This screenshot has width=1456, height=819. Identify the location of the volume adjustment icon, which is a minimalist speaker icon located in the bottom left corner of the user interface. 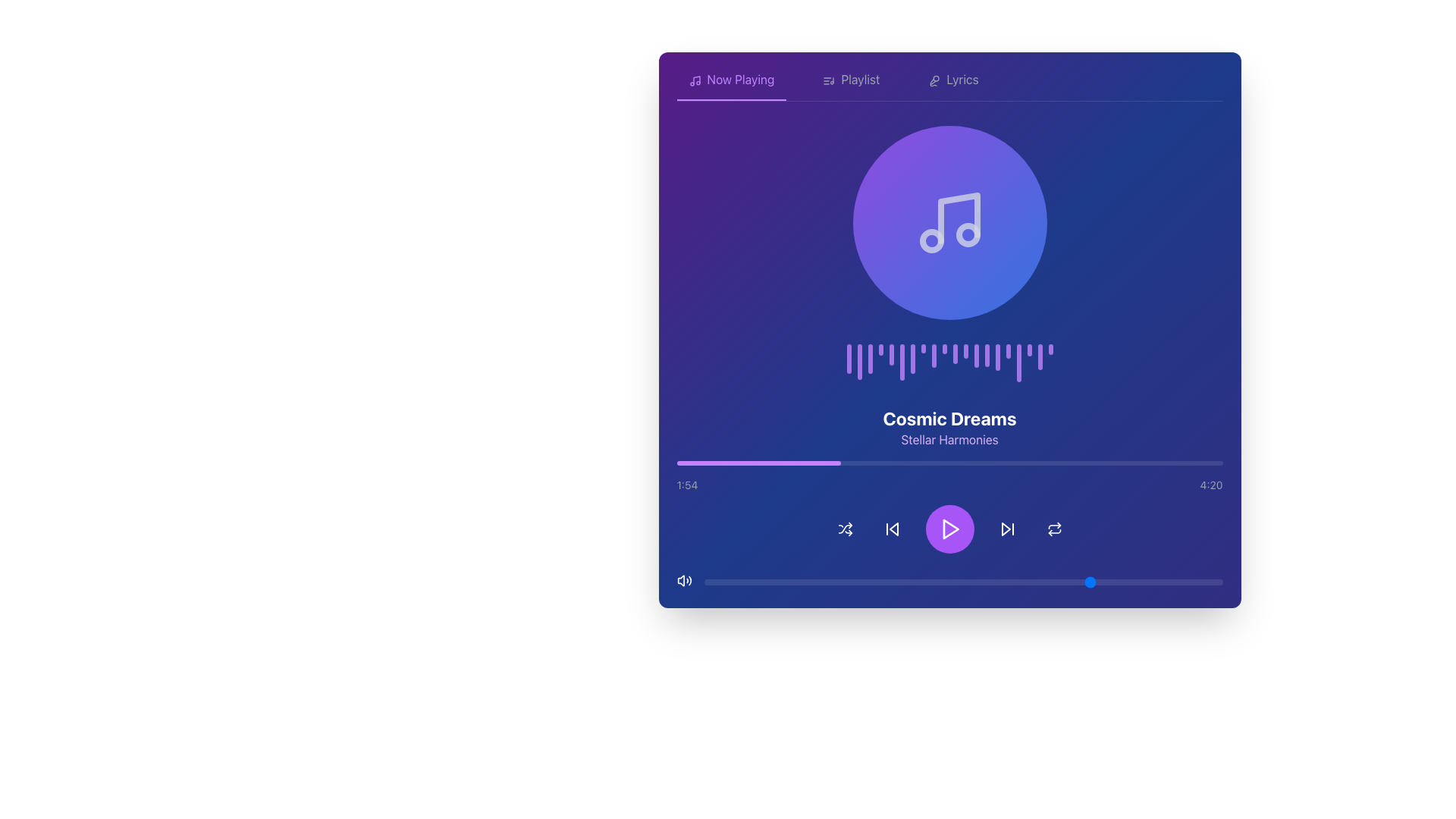
(679, 580).